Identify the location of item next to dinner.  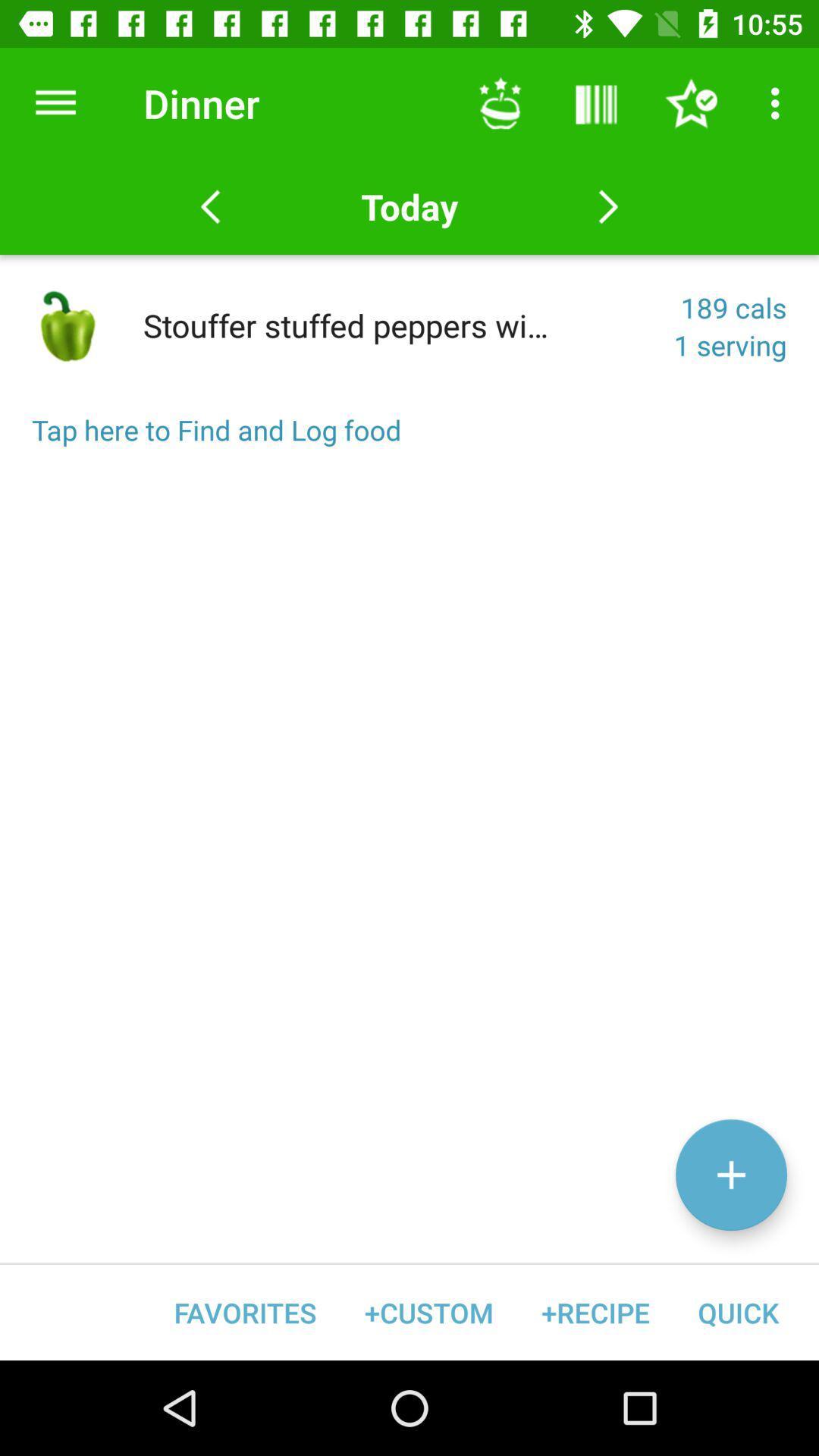
(55, 102).